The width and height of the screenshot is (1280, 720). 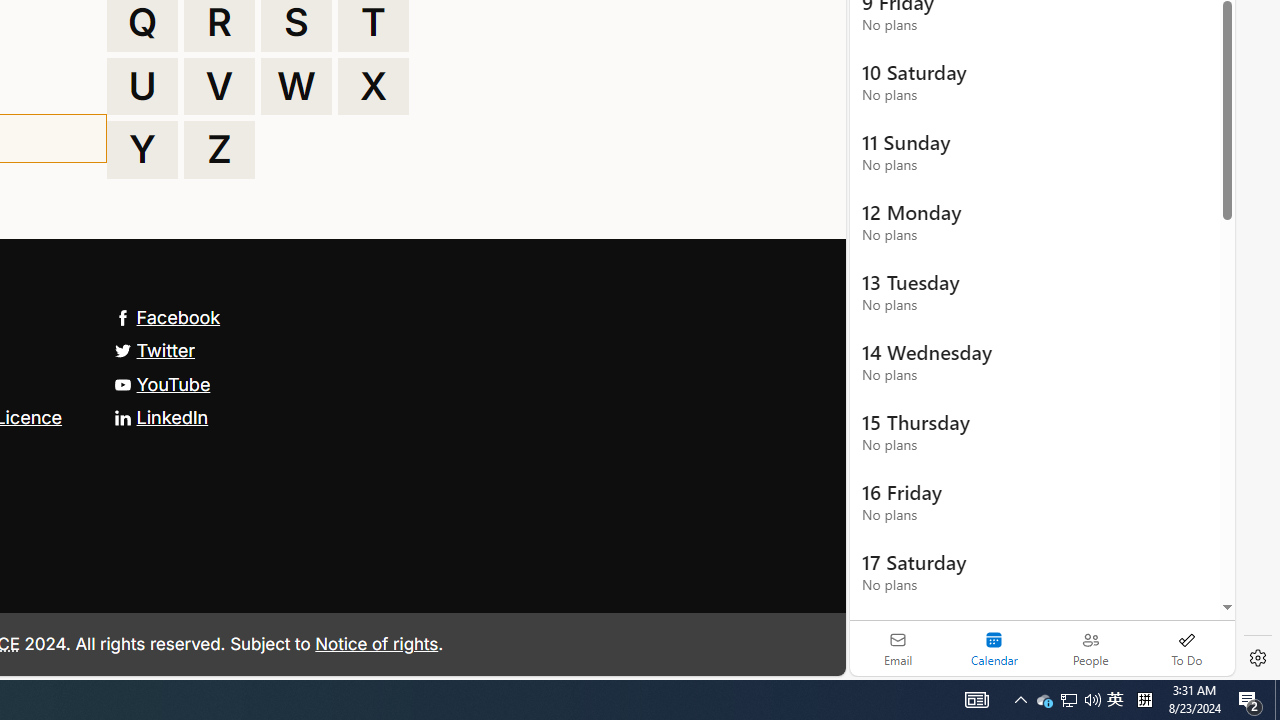 I want to click on 'U', so click(x=141, y=85).